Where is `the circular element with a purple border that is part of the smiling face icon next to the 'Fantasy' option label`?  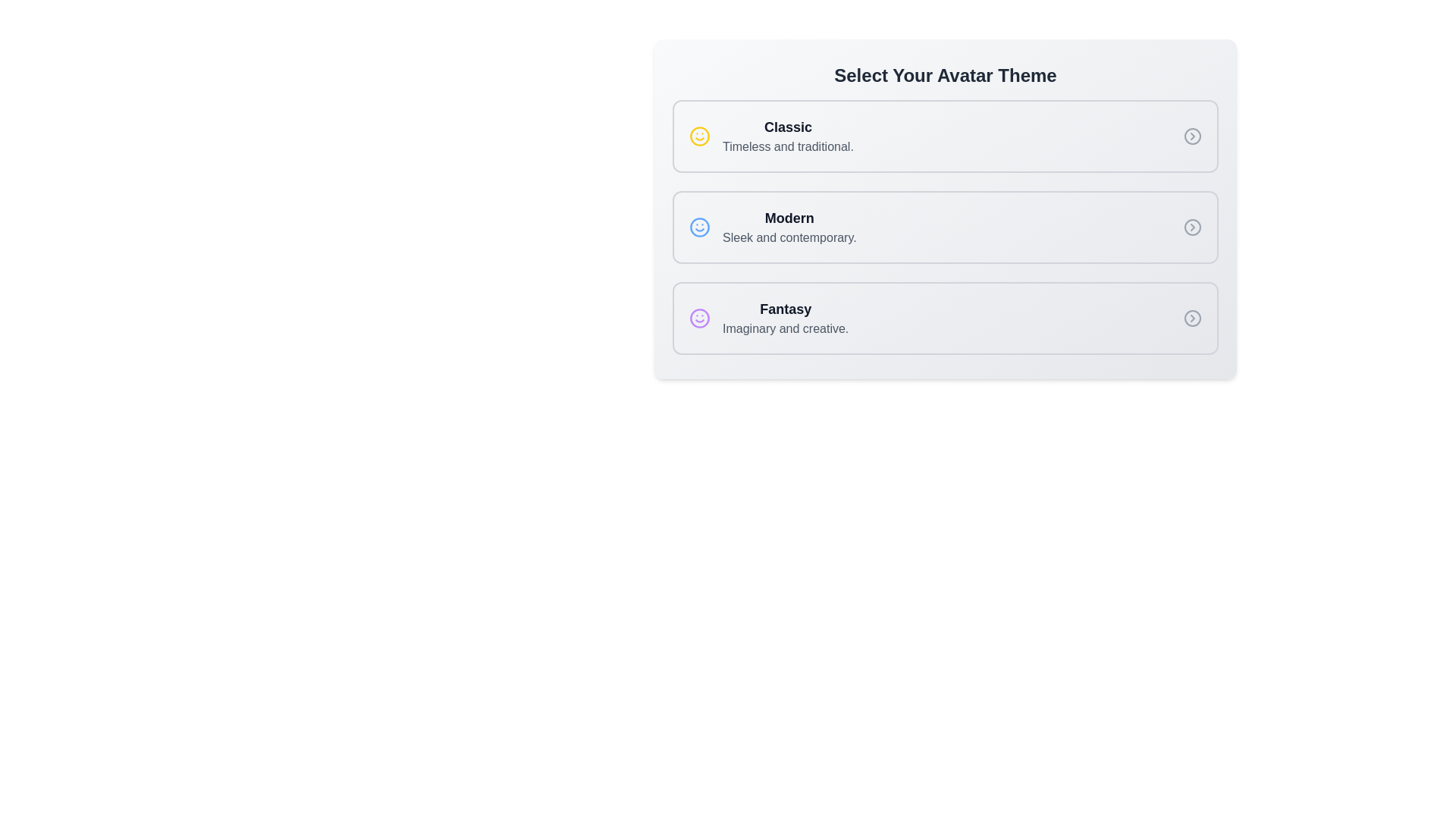 the circular element with a purple border that is part of the smiling face icon next to the 'Fantasy' option label is located at coordinates (698, 318).